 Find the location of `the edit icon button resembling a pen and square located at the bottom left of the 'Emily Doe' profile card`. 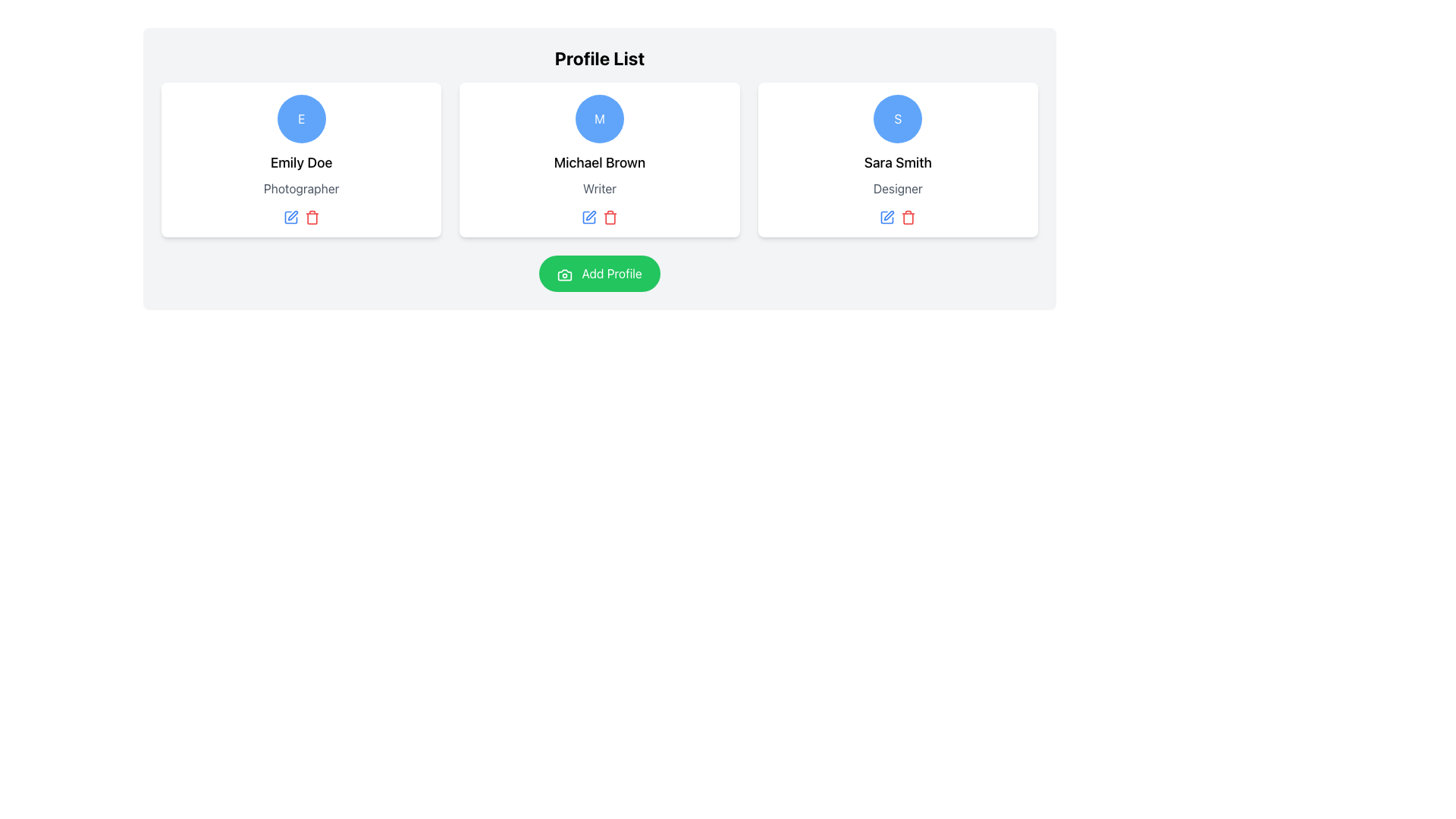

the edit icon button resembling a pen and square located at the bottom left of the 'Emily Doe' profile card is located at coordinates (293, 215).